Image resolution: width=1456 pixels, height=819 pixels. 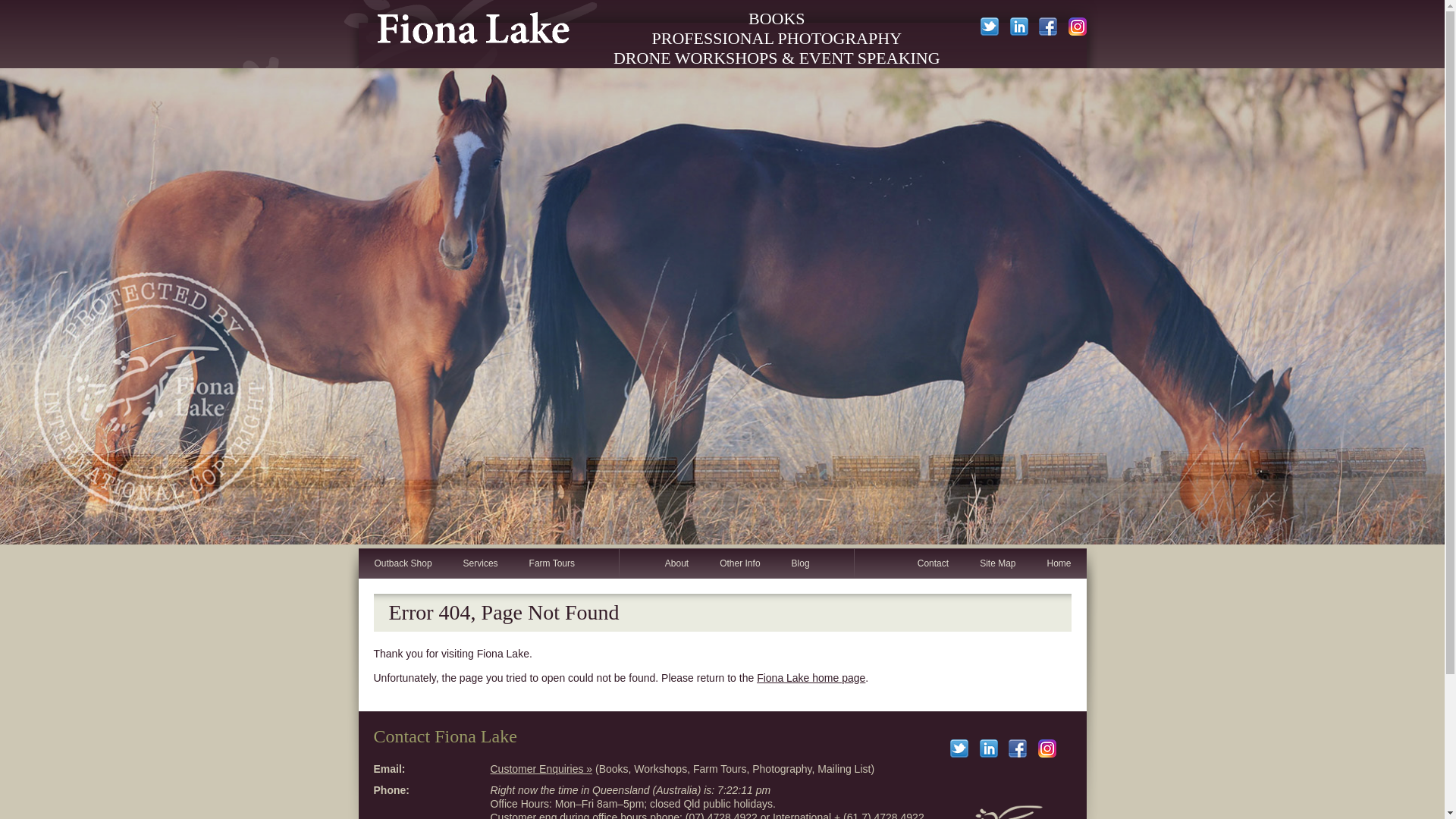 I want to click on 'Contact', so click(x=931, y=563).